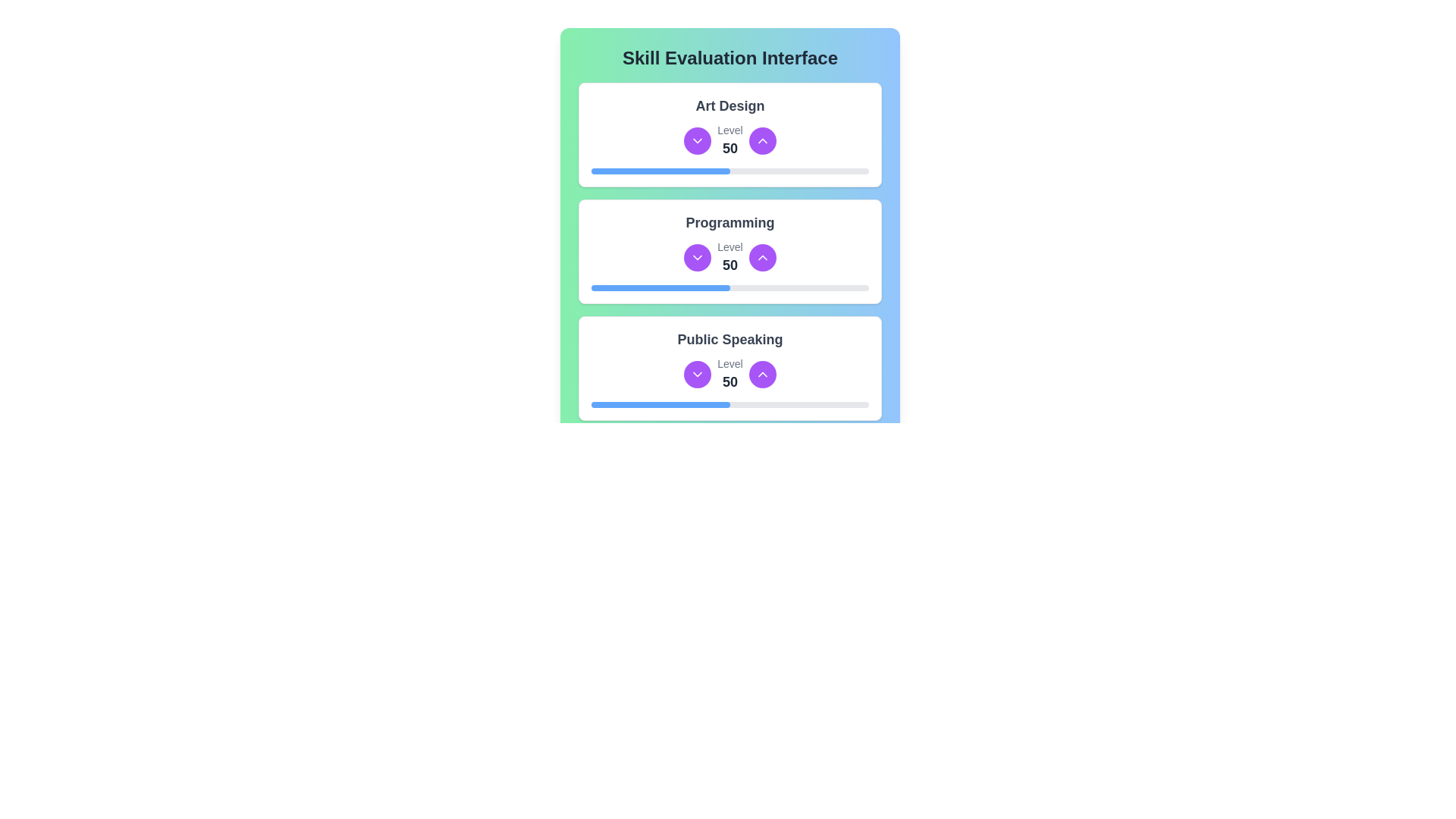 This screenshot has width=1456, height=819. Describe the element at coordinates (661, 403) in the screenshot. I see `the filled portion of the Progress Bar representing the user's progress in the 'Public Speaking' skill category` at that location.